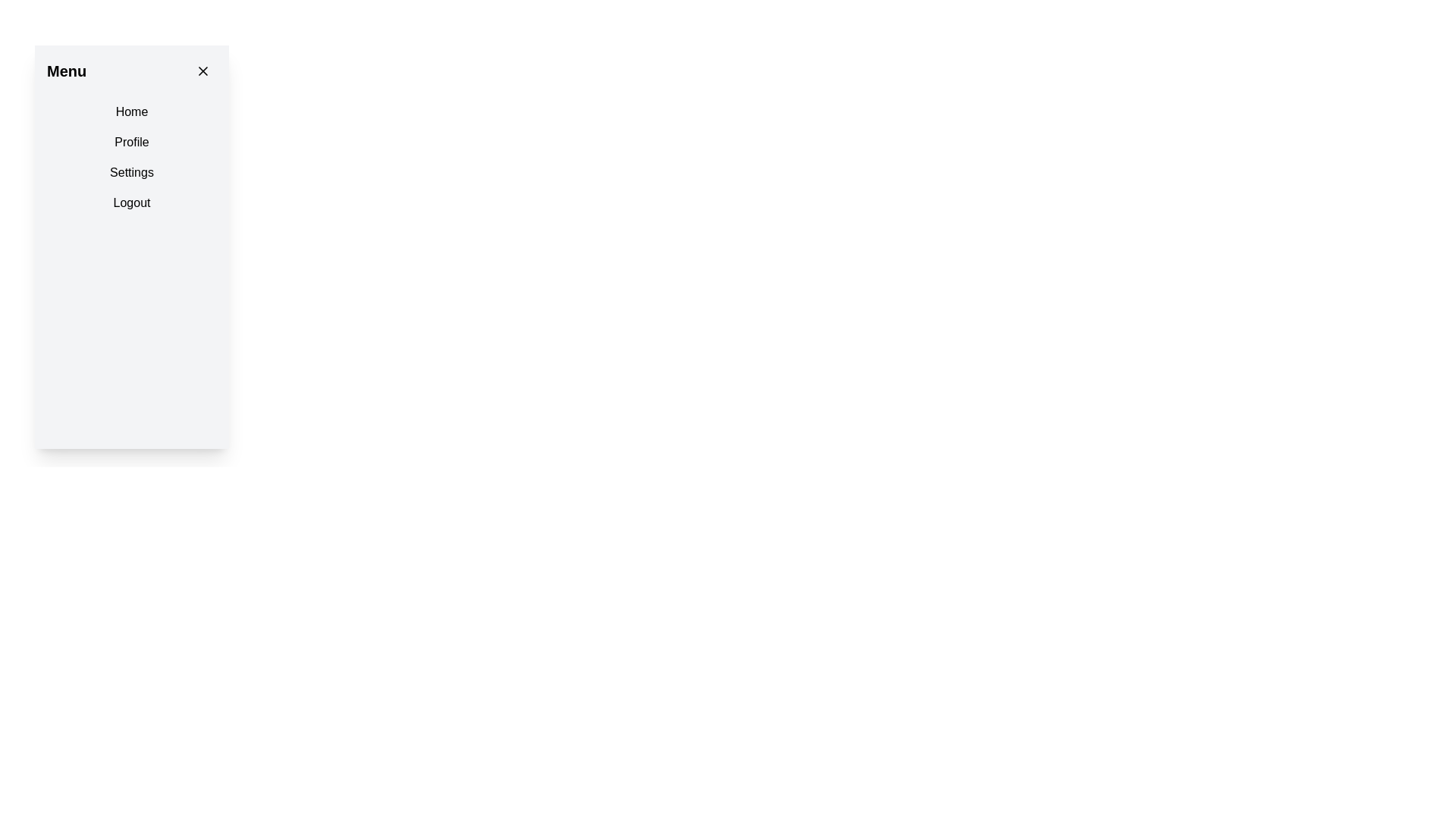 This screenshot has width=1456, height=819. What do you see at coordinates (131, 171) in the screenshot?
I see `the 'Settings' button with padding and rounded corners in the vertical menu` at bounding box center [131, 171].